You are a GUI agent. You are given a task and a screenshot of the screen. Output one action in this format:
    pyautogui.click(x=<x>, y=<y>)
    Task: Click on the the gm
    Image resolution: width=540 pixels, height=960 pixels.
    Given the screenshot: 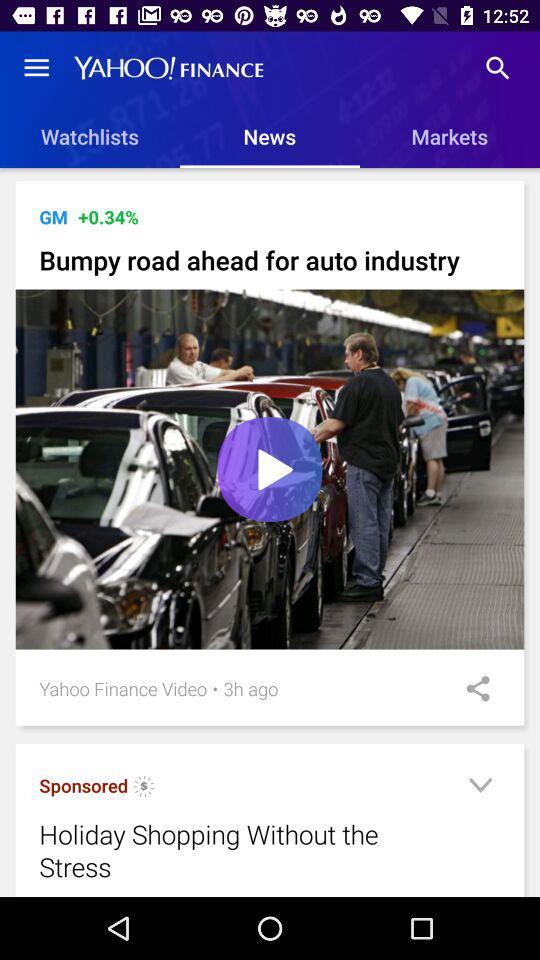 What is the action you would take?
    pyautogui.click(x=53, y=217)
    